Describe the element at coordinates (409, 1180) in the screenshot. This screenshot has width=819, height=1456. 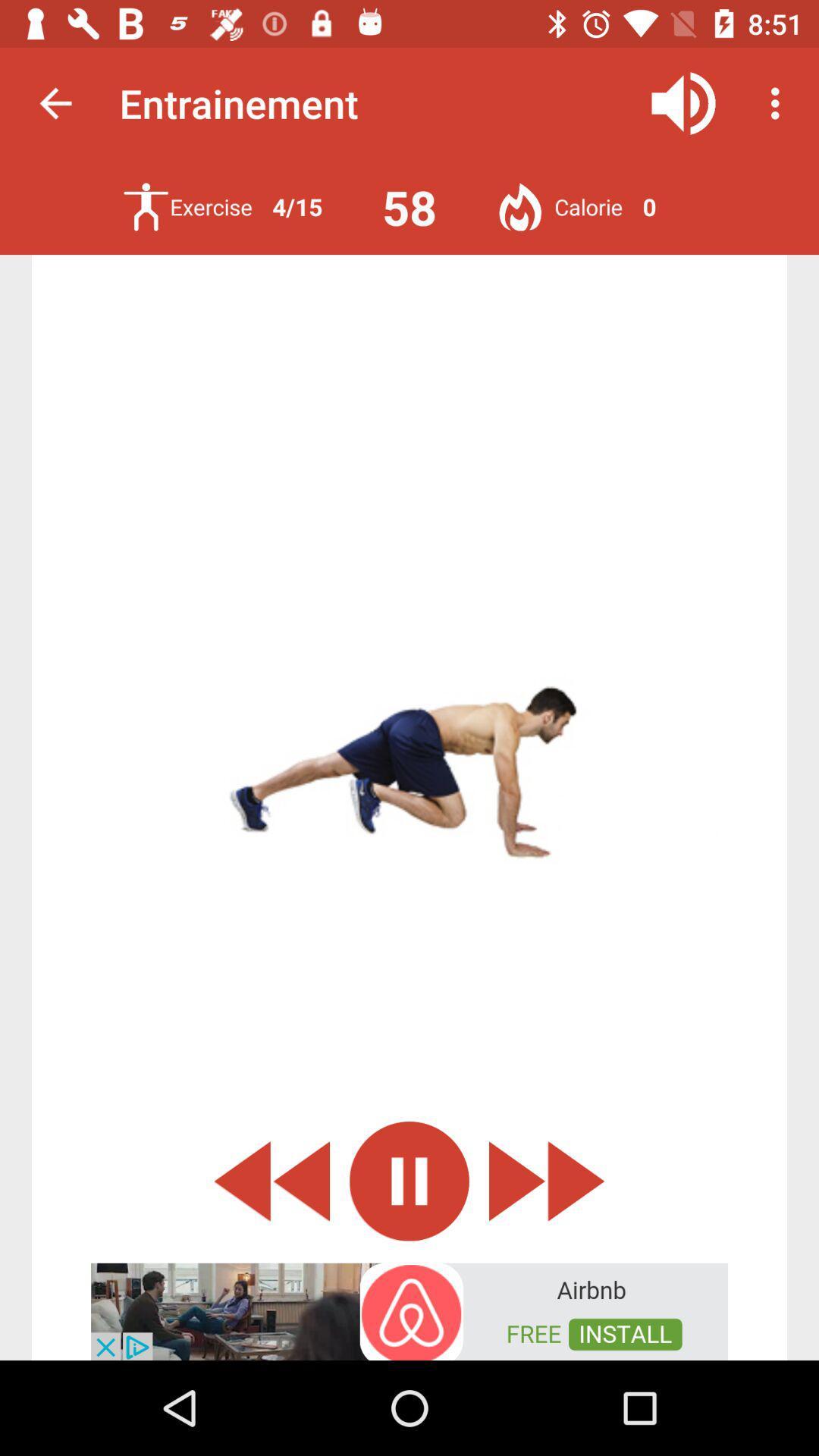
I see `stop` at that location.